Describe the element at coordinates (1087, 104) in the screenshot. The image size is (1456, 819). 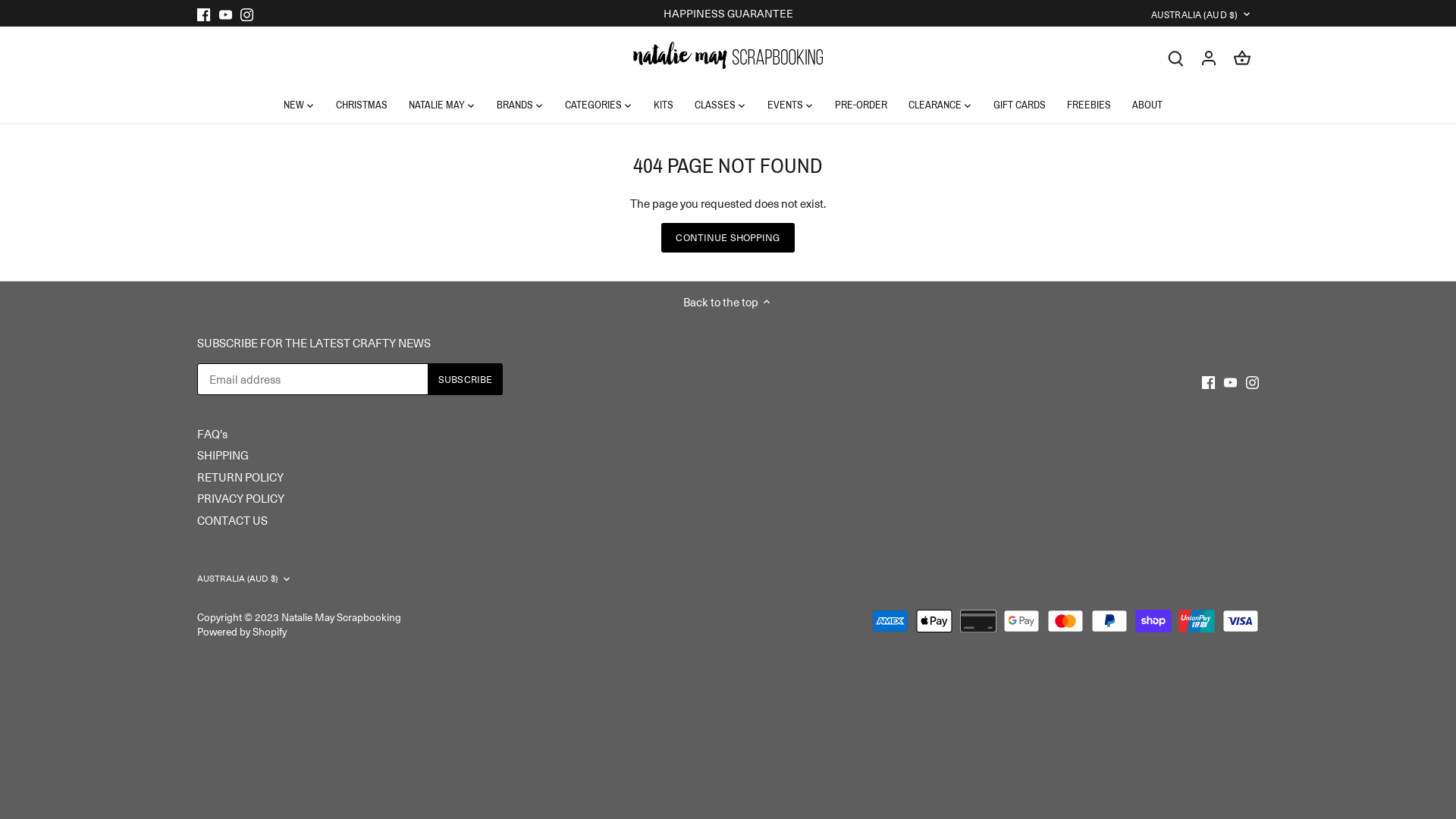
I see `'FREEBIES'` at that location.